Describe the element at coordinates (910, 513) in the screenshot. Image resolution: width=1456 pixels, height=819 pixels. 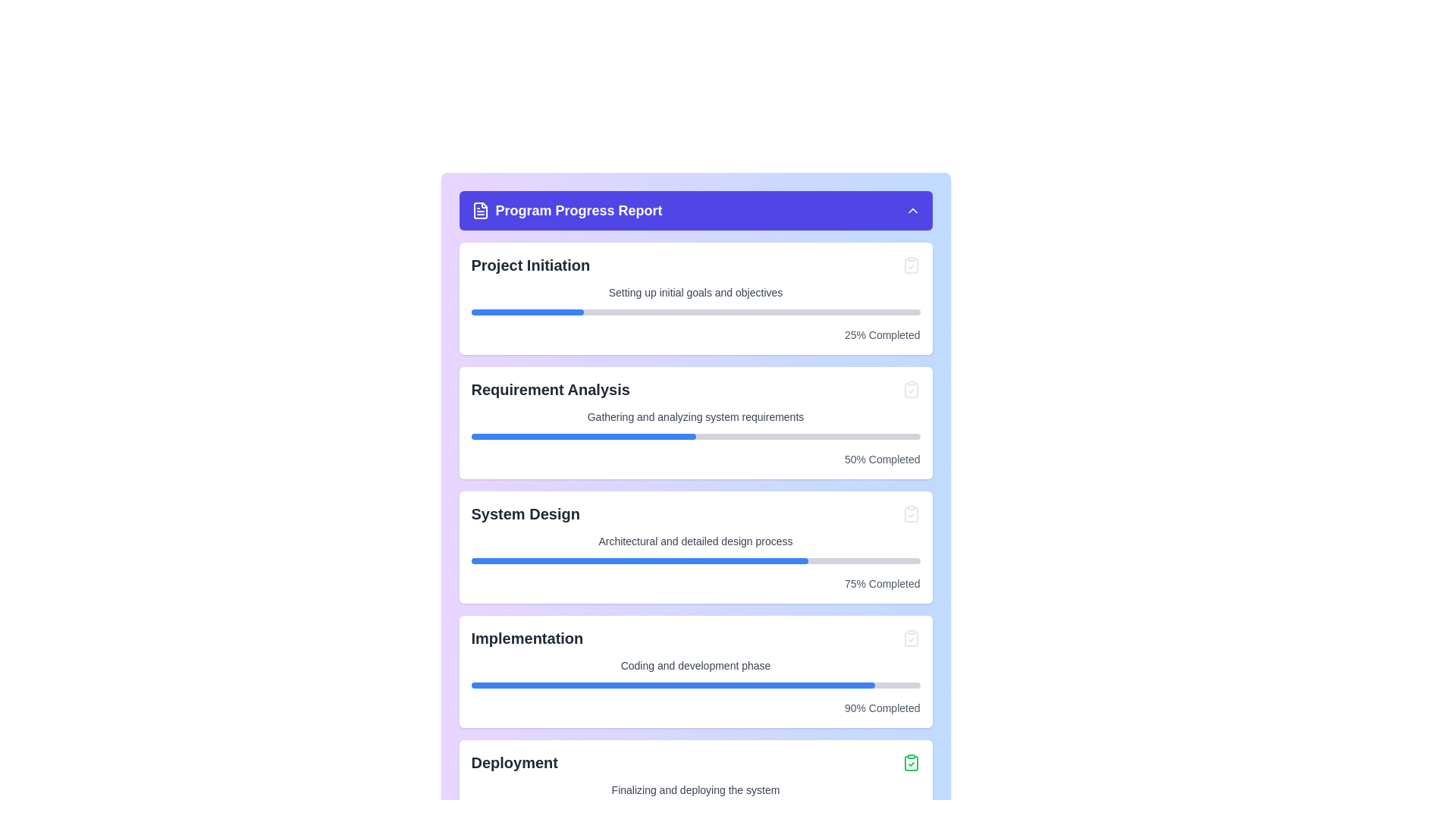
I see `the SVG clipboard icon with a checkmark, indicating a completed state, located on the far right of the 'System Design' section in the progress report interface` at that location.